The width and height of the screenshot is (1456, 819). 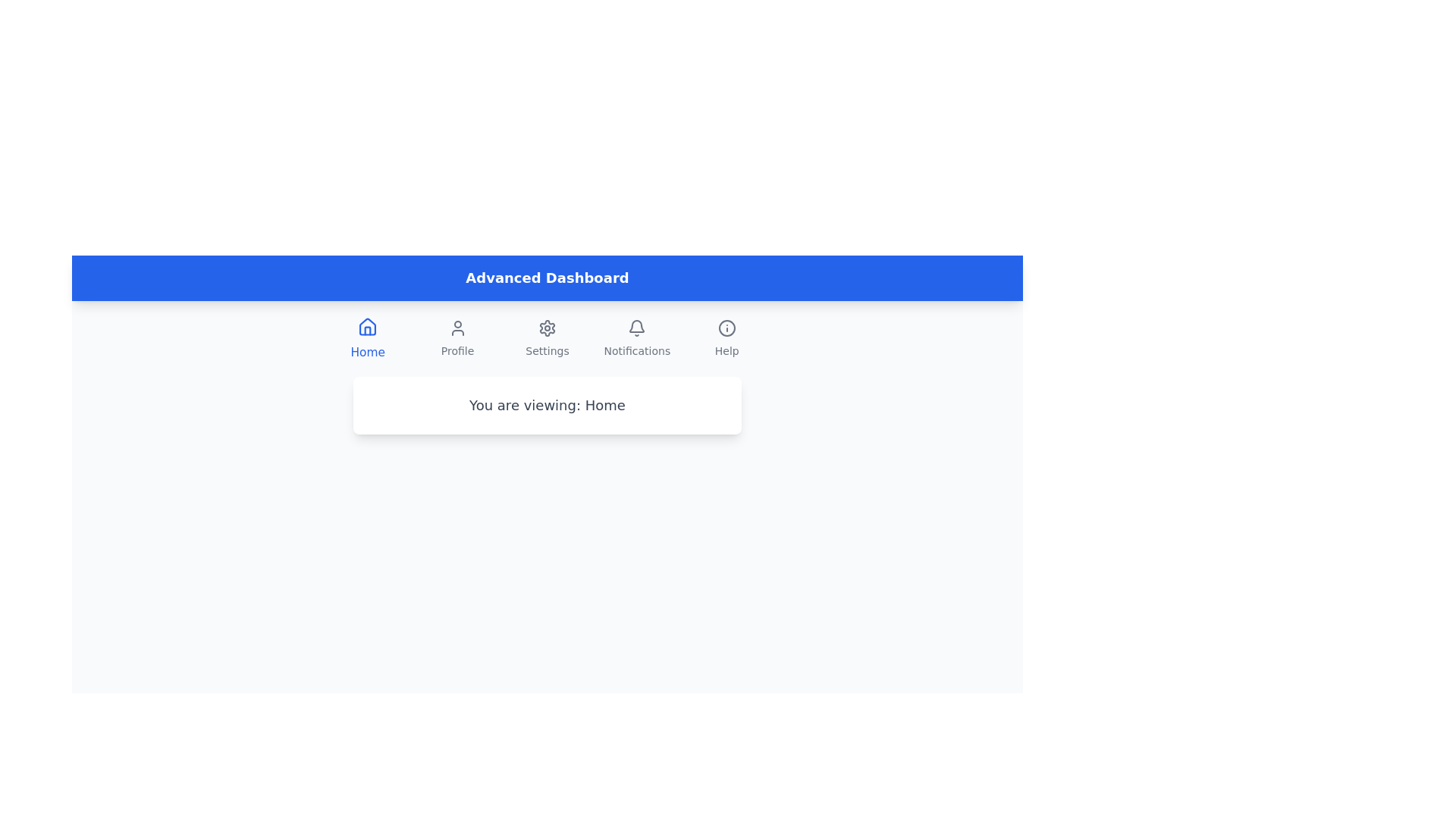 What do you see at coordinates (457, 338) in the screenshot?
I see `the 'Profile' navigation item, which features a user silhouette icon and the label 'Profile', to trigger the color change and enlargement effect` at bounding box center [457, 338].